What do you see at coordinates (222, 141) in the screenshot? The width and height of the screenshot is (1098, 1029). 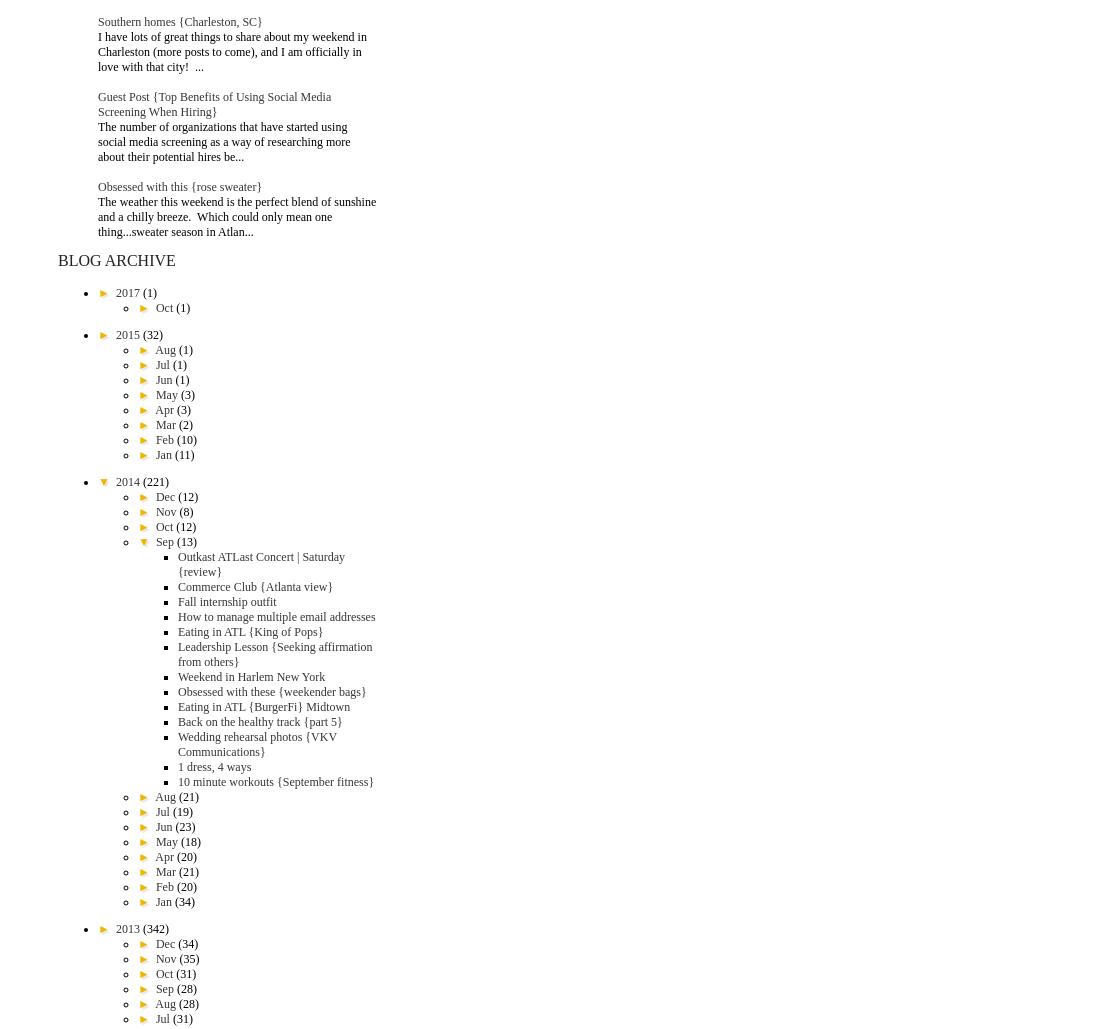 I see `'The number of organizations that have started using social media screening  as a way of researching more about their potential hires be...'` at bounding box center [222, 141].